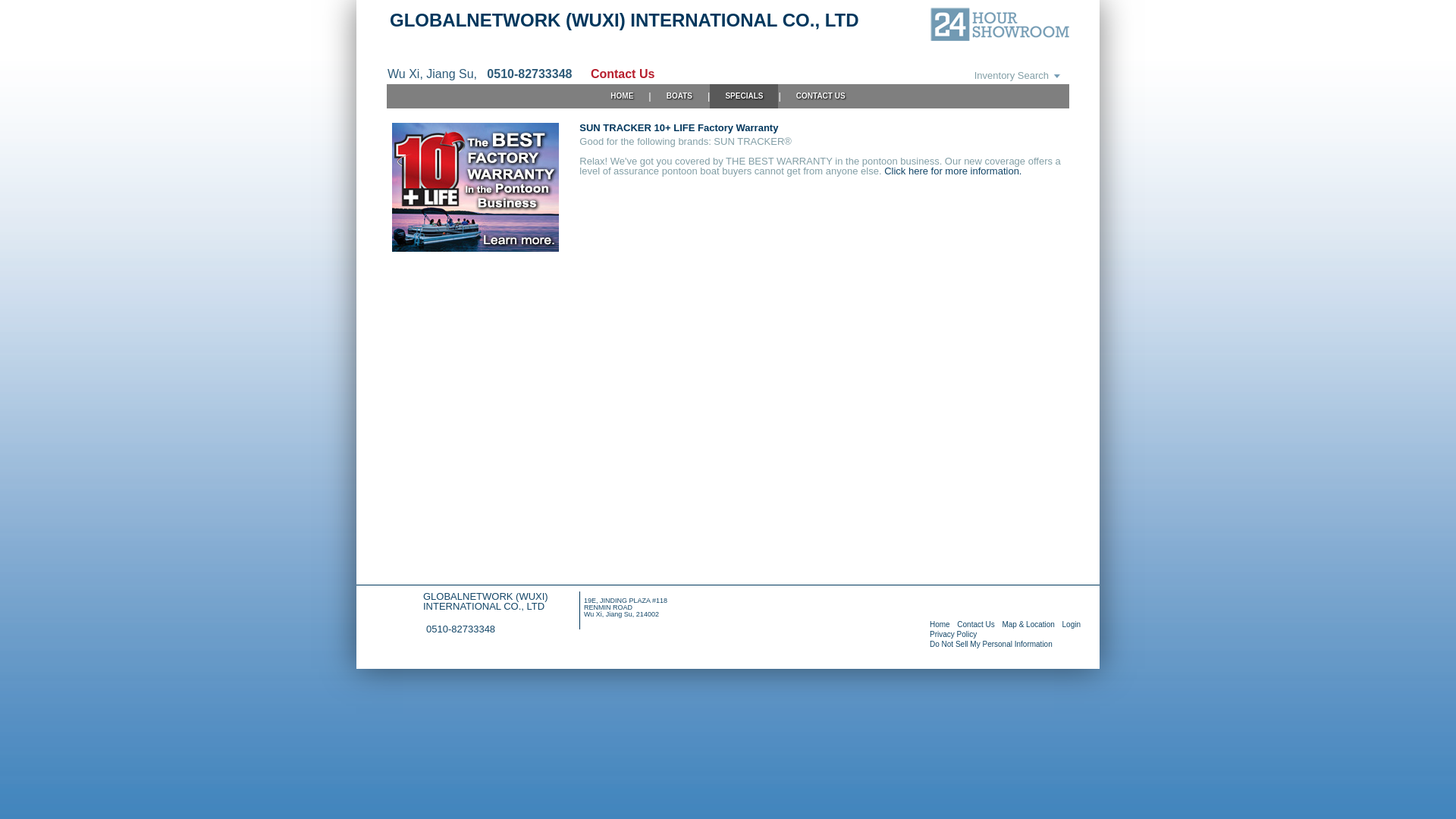 The width and height of the screenshot is (1456, 819). I want to click on 'Click here for more information.', so click(884, 171).